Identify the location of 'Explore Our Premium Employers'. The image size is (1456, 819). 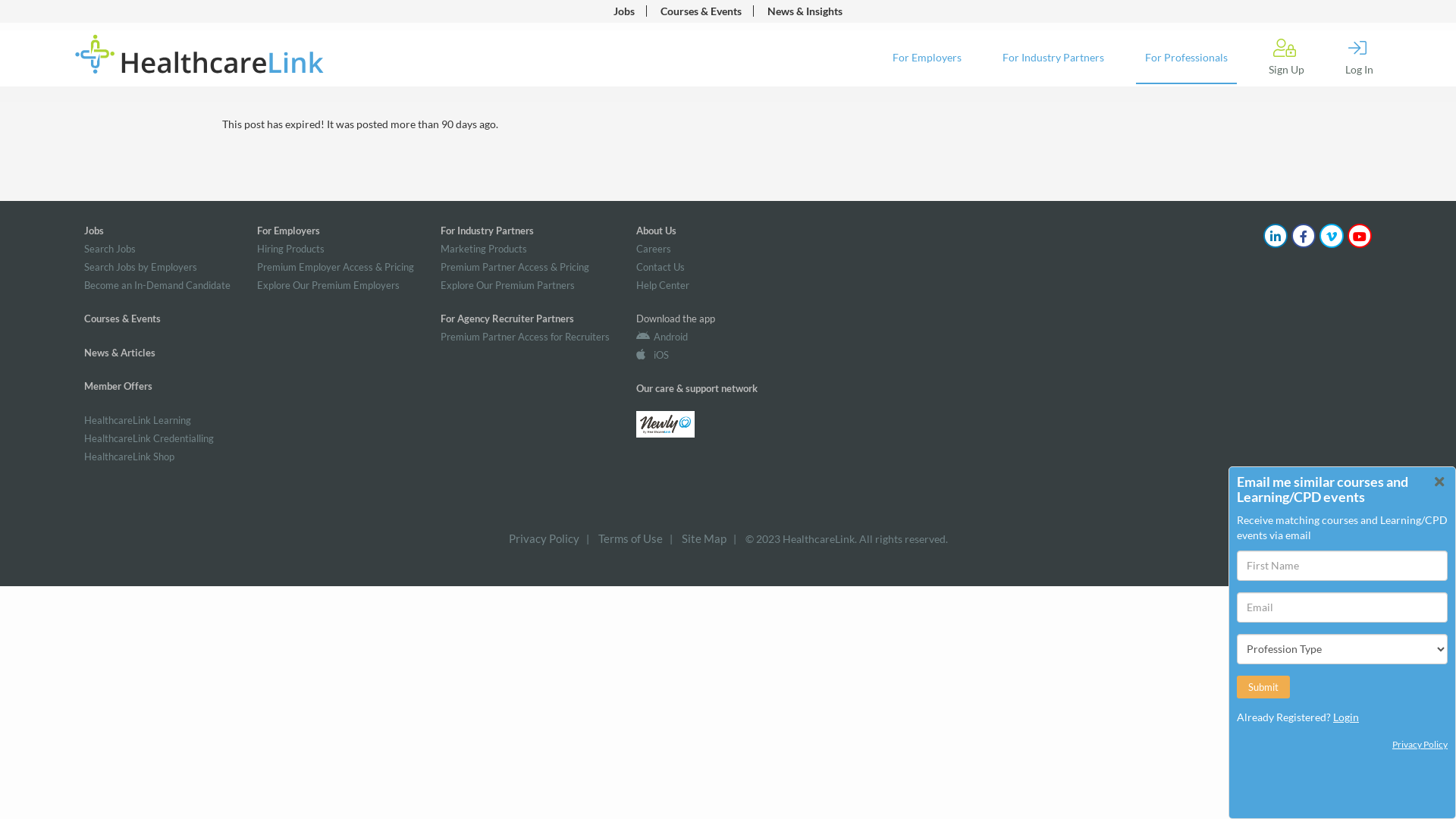
(327, 284).